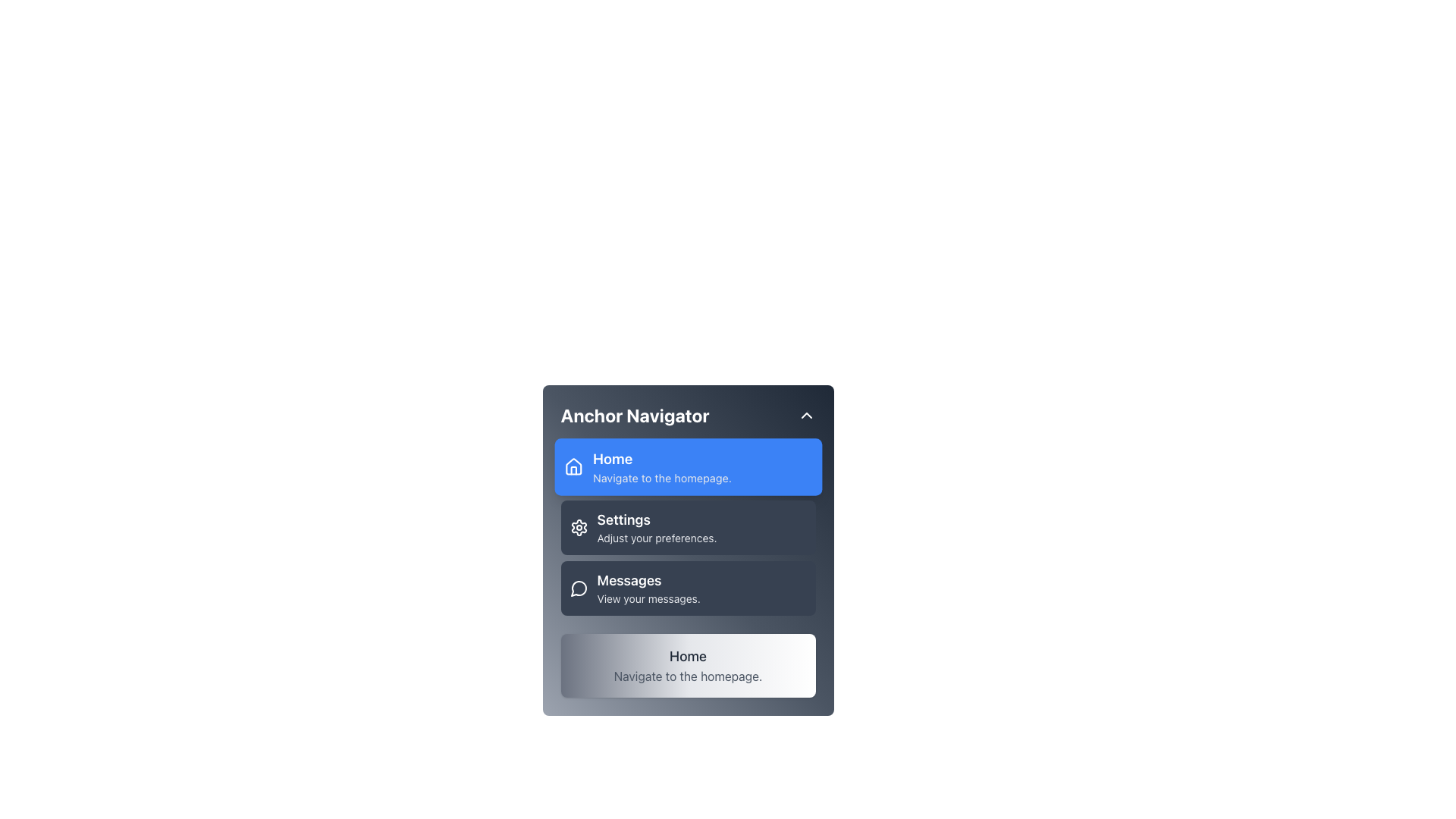  Describe the element at coordinates (687, 656) in the screenshot. I see `the text label at the top of the section in the 'Anchor Navigator' interface, which serves as a title or label for the associated content` at that location.